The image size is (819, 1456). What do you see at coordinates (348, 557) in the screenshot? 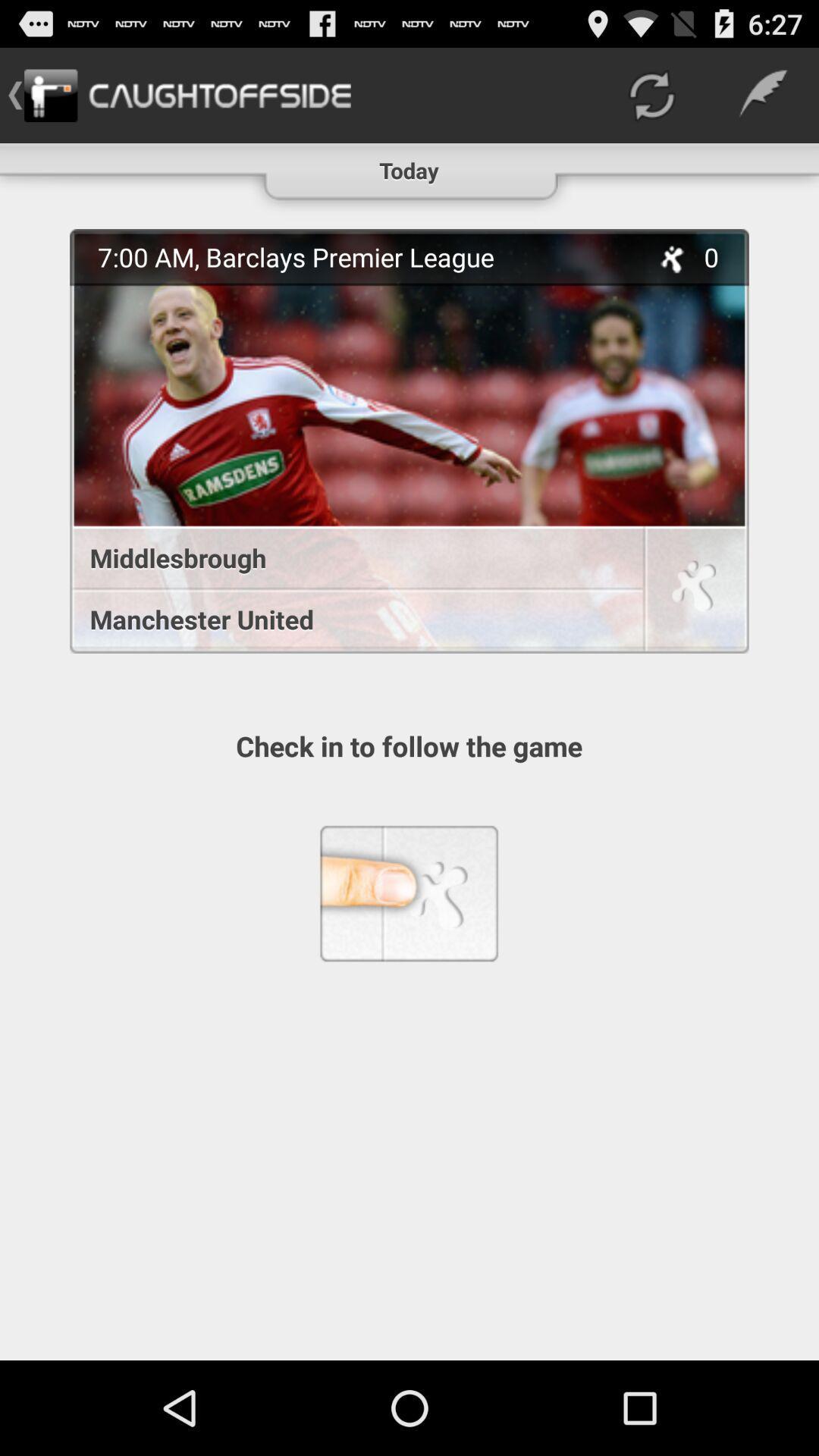
I see `icon below 7 00 am icon` at bounding box center [348, 557].